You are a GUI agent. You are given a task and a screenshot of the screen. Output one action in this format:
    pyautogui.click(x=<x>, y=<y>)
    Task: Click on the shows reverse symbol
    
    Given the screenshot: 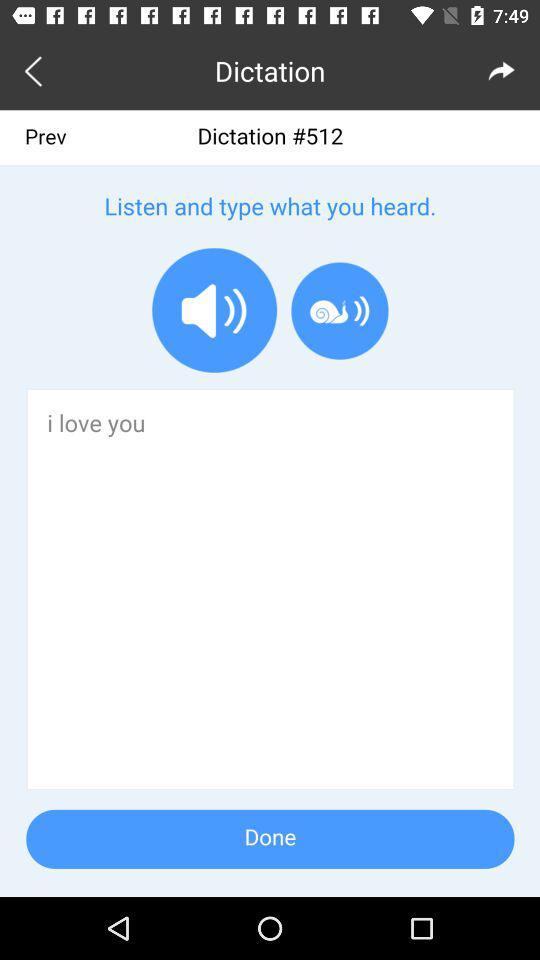 What is the action you would take?
    pyautogui.click(x=37, y=70)
    